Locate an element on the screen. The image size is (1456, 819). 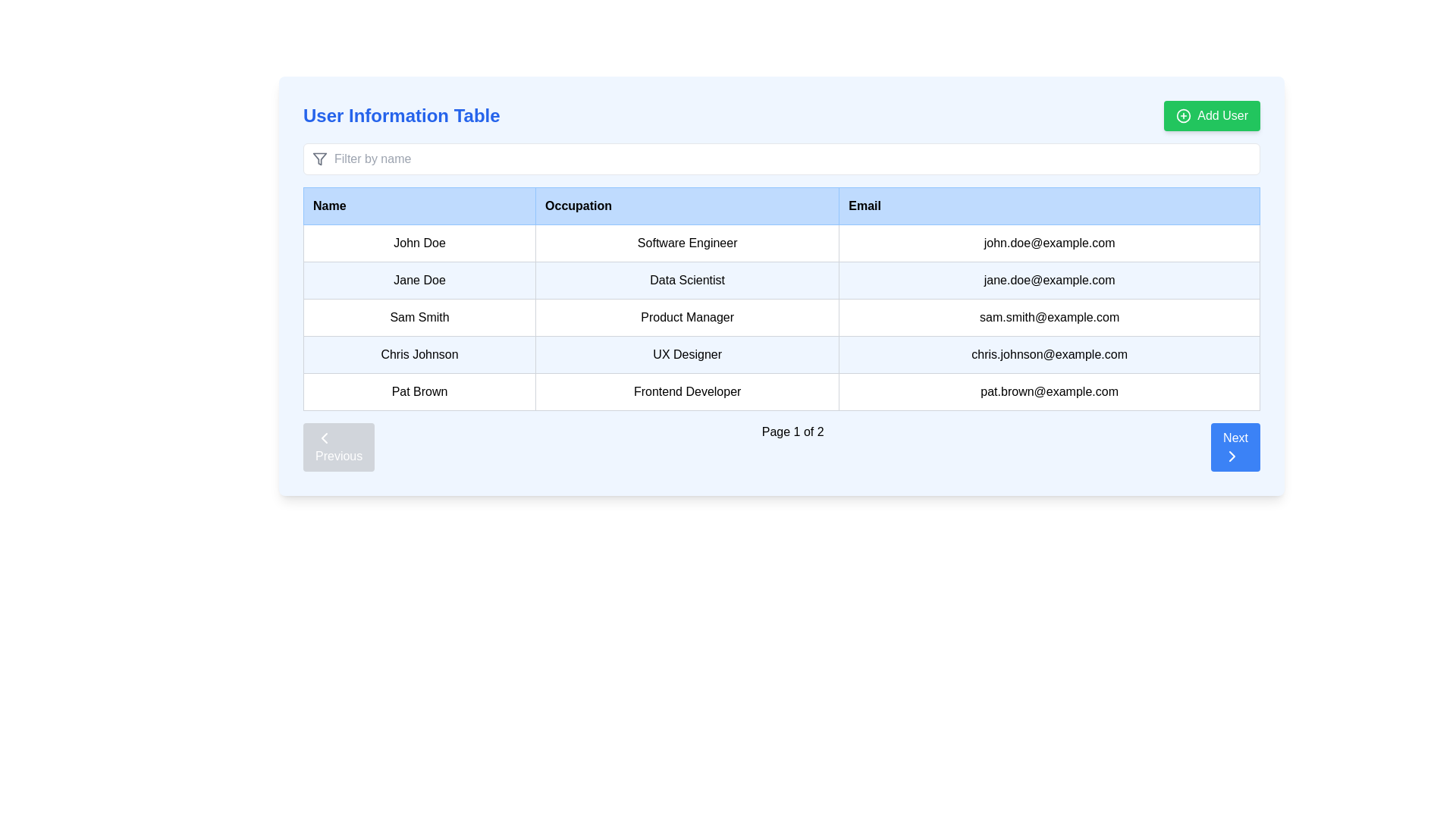
the circular icon with a plus sign, which is located within the green 'Add User' button at the top-right corner of the interface is located at coordinates (1183, 115).